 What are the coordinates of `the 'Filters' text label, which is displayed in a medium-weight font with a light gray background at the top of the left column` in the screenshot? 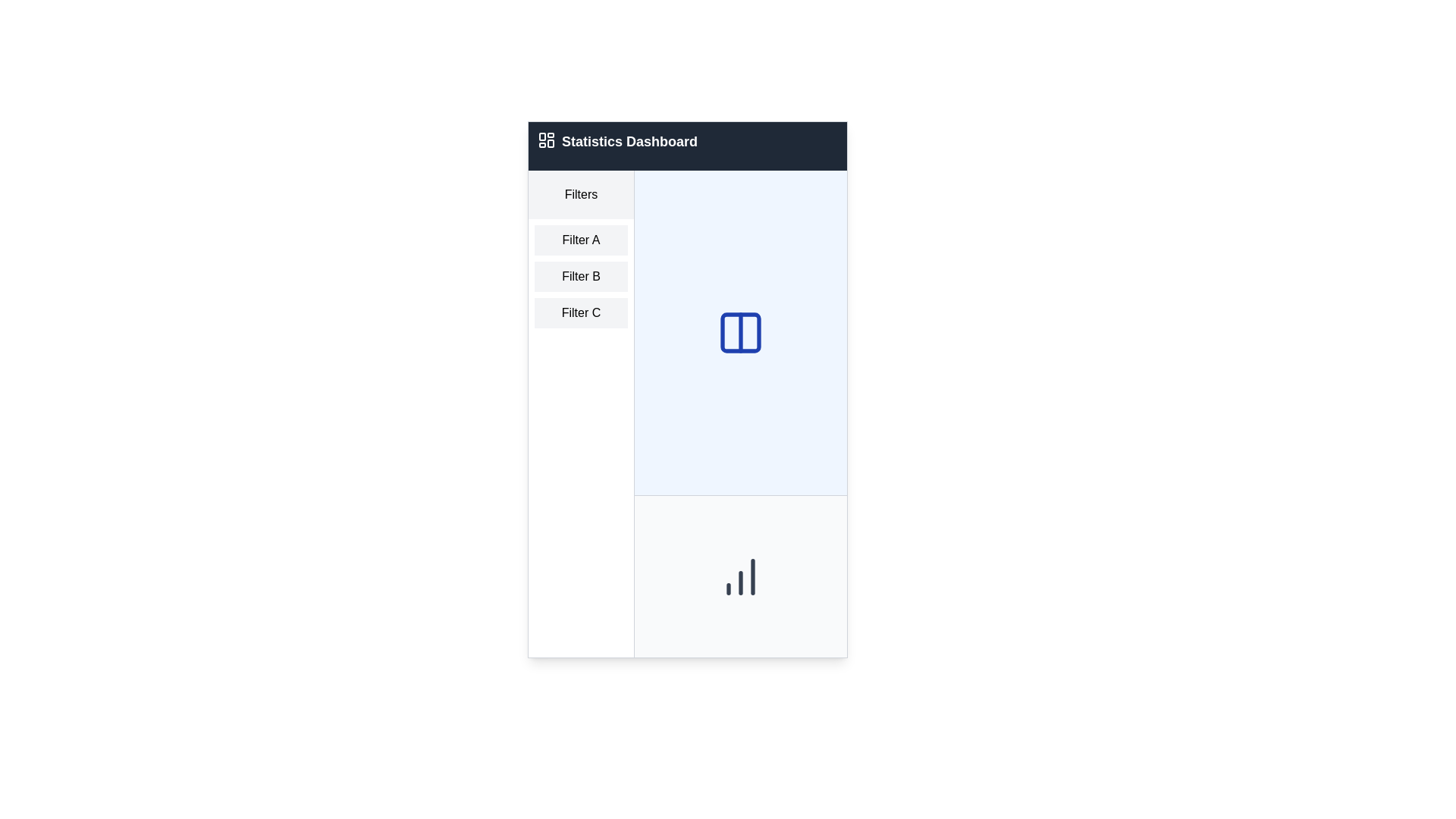 It's located at (580, 194).